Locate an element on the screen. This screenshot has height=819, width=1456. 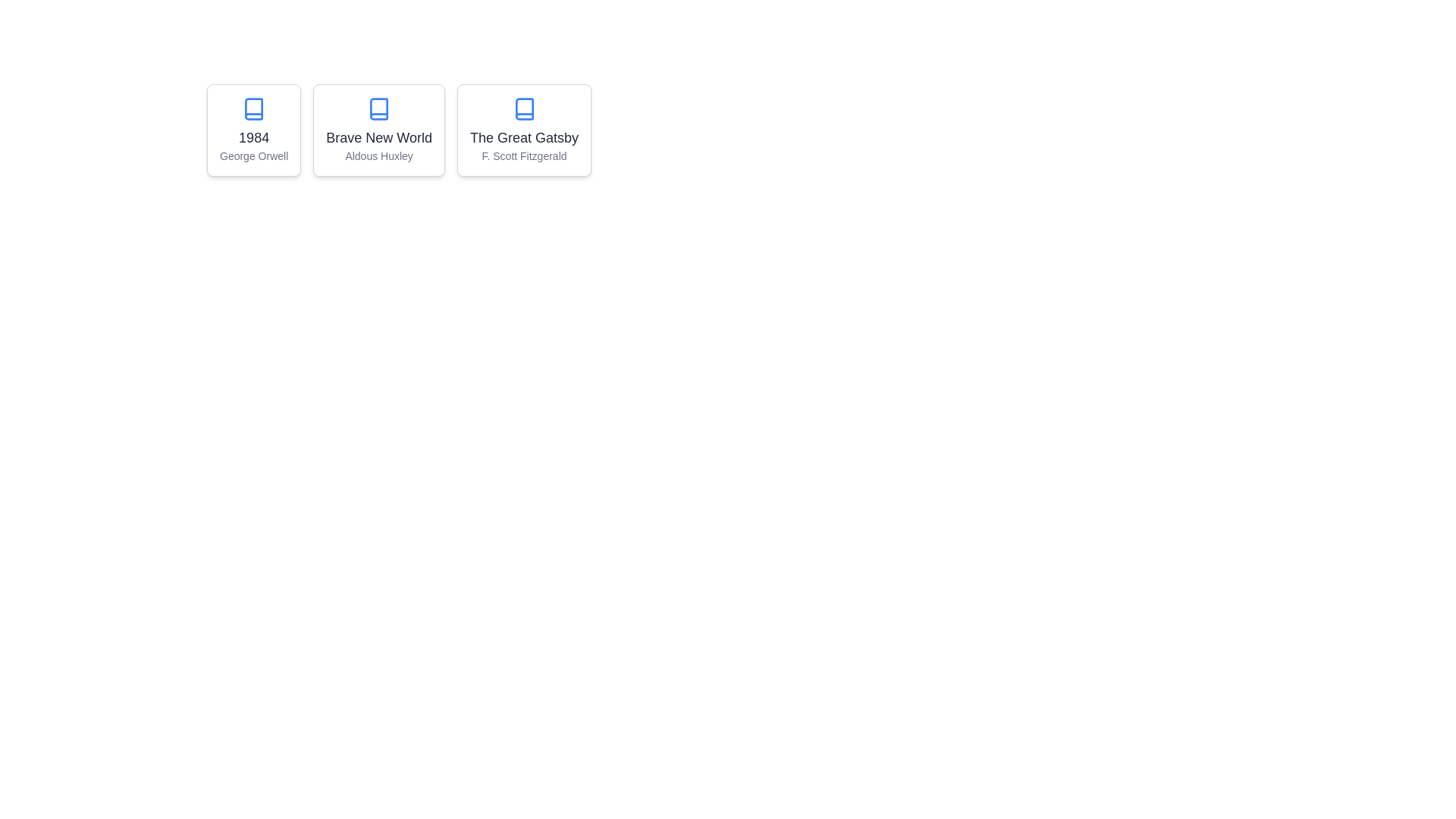
the blue book icon located at the top portion of the card labeled 'Brave New World' by 'Aldous Huxley', which visually represents the content type of the card is located at coordinates (379, 108).